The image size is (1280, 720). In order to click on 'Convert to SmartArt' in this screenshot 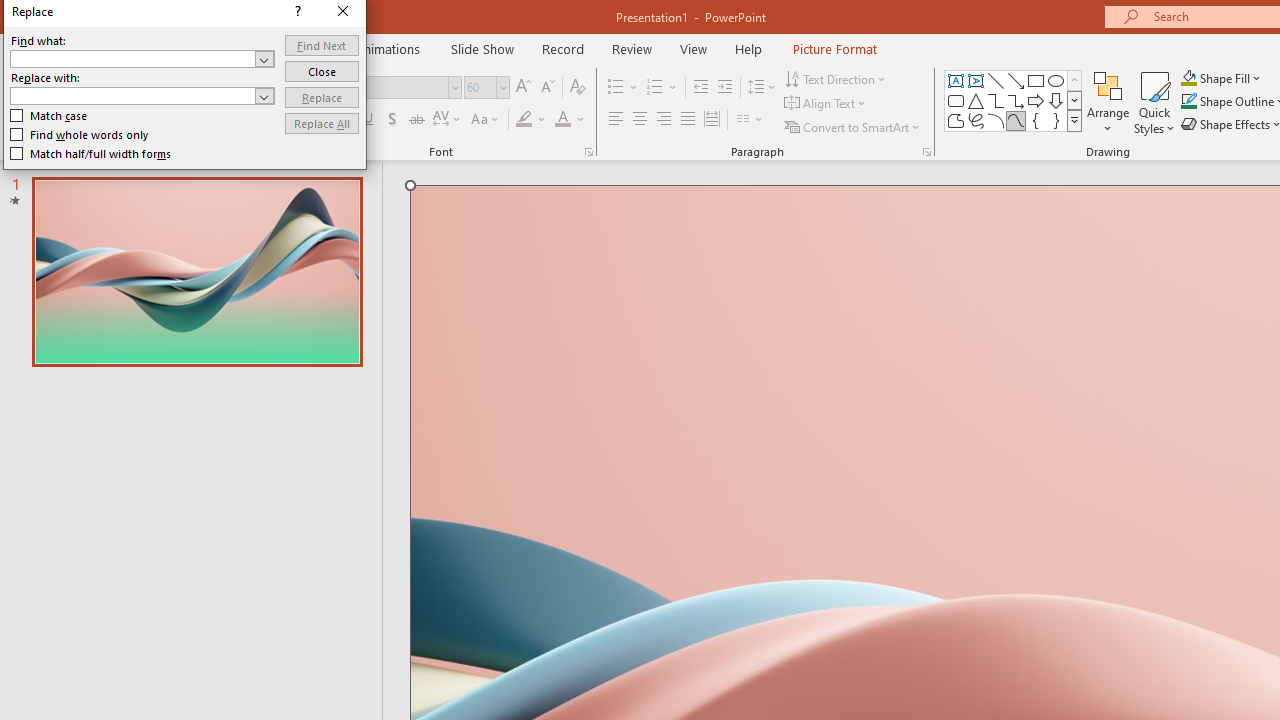, I will do `click(853, 127)`.